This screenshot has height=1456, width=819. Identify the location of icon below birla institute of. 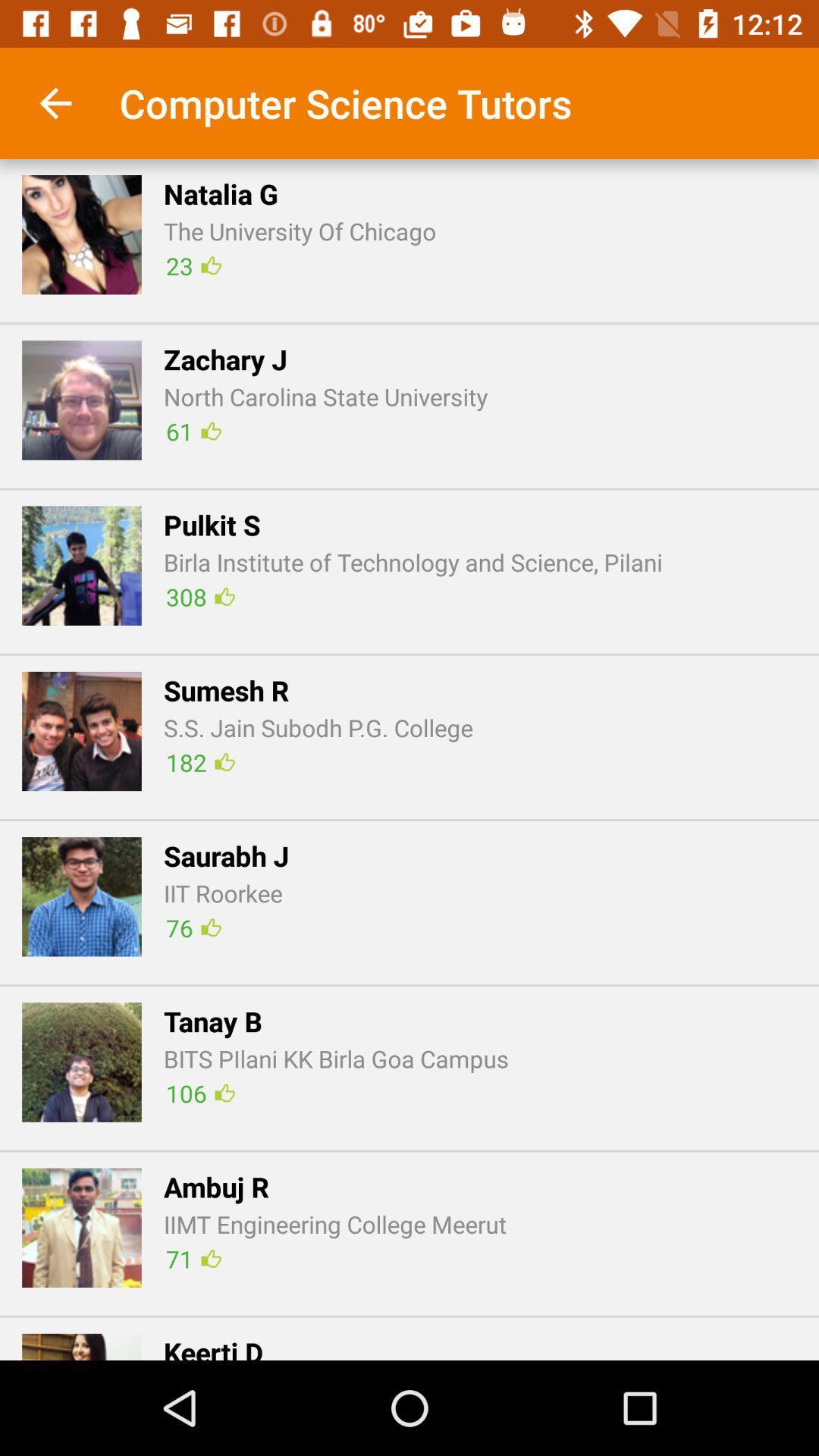
(199, 596).